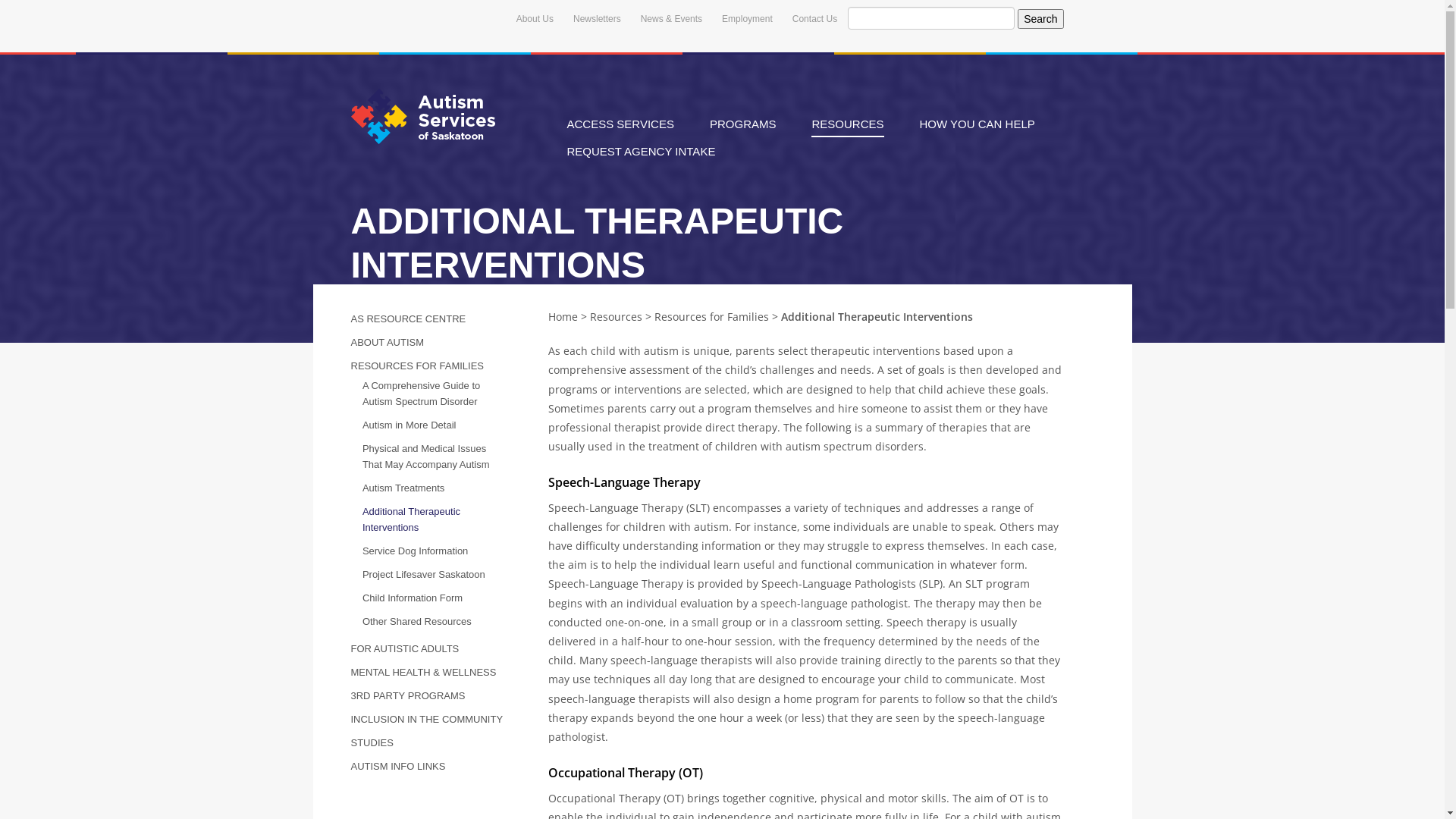  Describe the element at coordinates (404, 648) in the screenshot. I see `'FOR AUTISTIC ADULTS'` at that location.